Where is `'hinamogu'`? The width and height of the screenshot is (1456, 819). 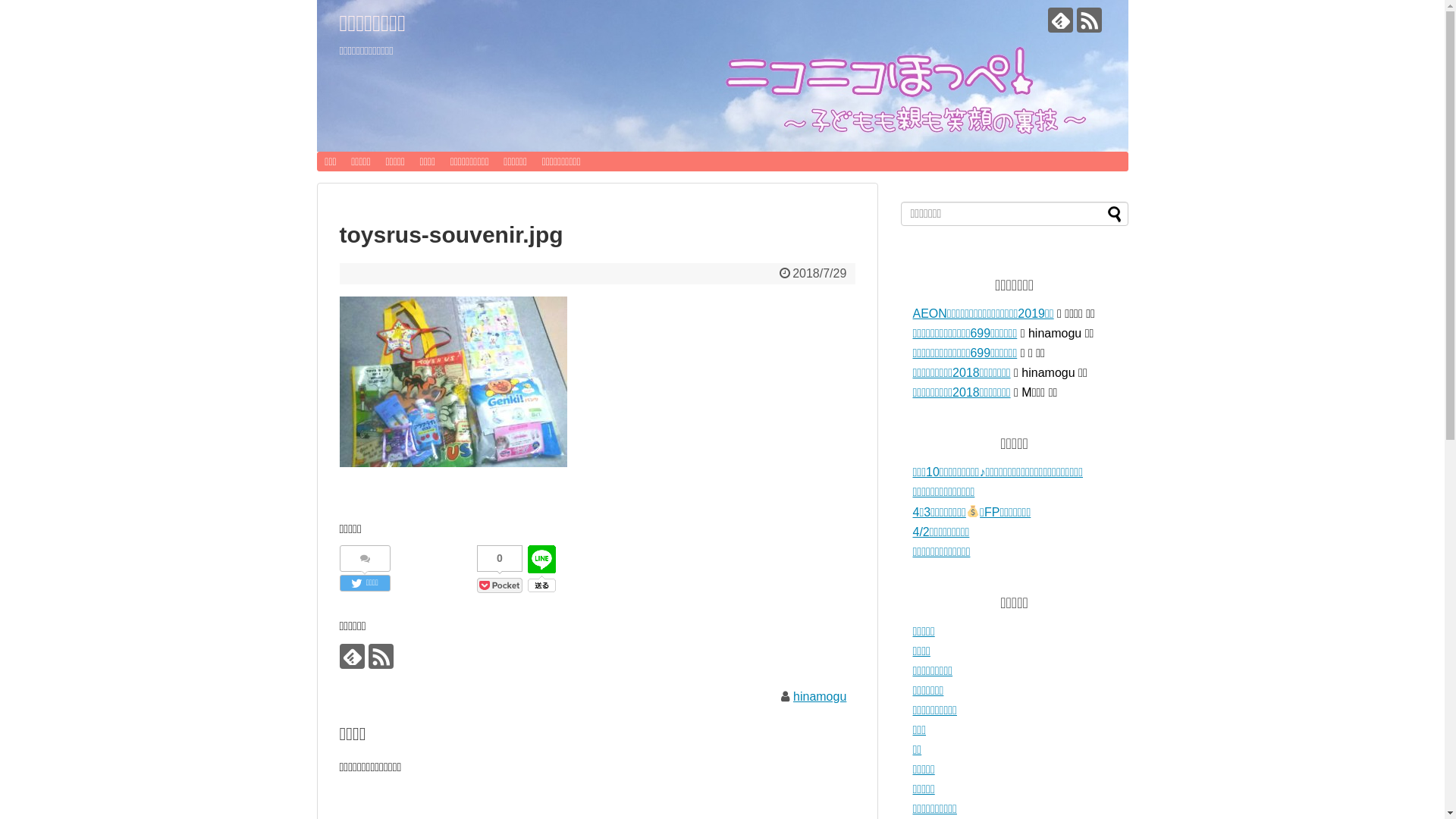
'hinamogu' is located at coordinates (792, 696).